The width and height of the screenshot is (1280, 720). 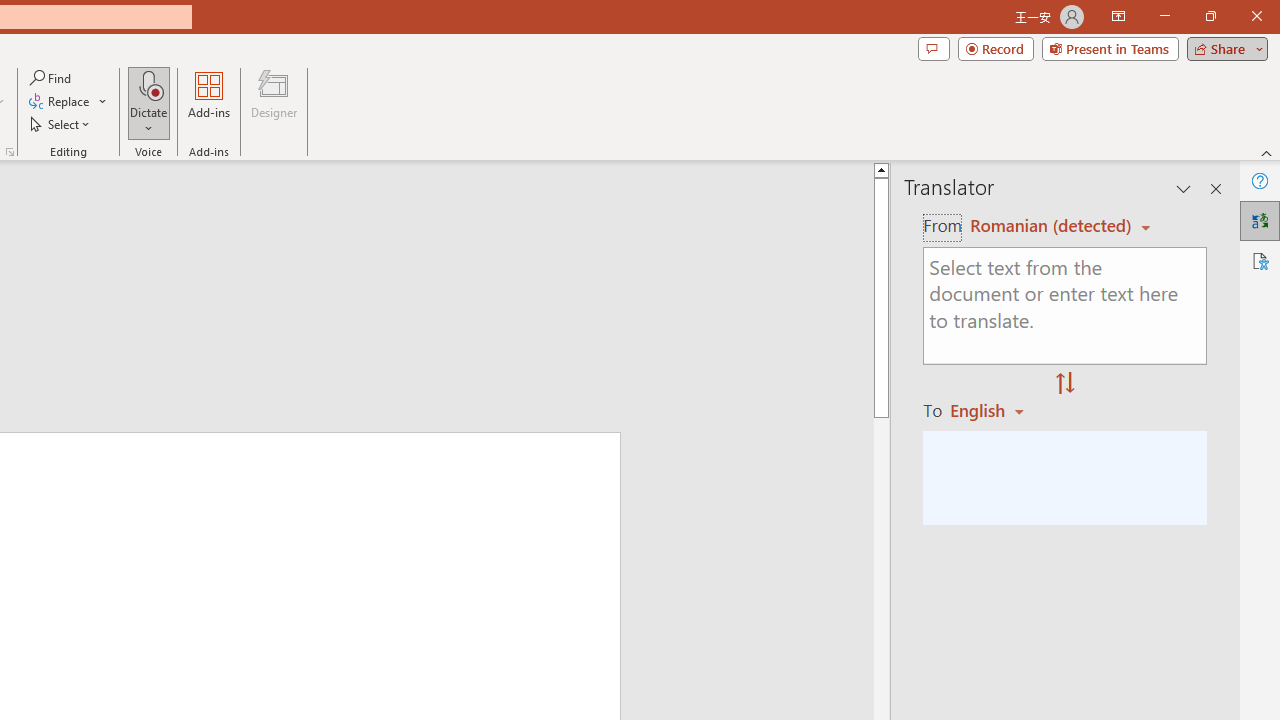 What do you see at coordinates (1046, 225) in the screenshot?
I see `'Romanian (detected)'` at bounding box center [1046, 225].